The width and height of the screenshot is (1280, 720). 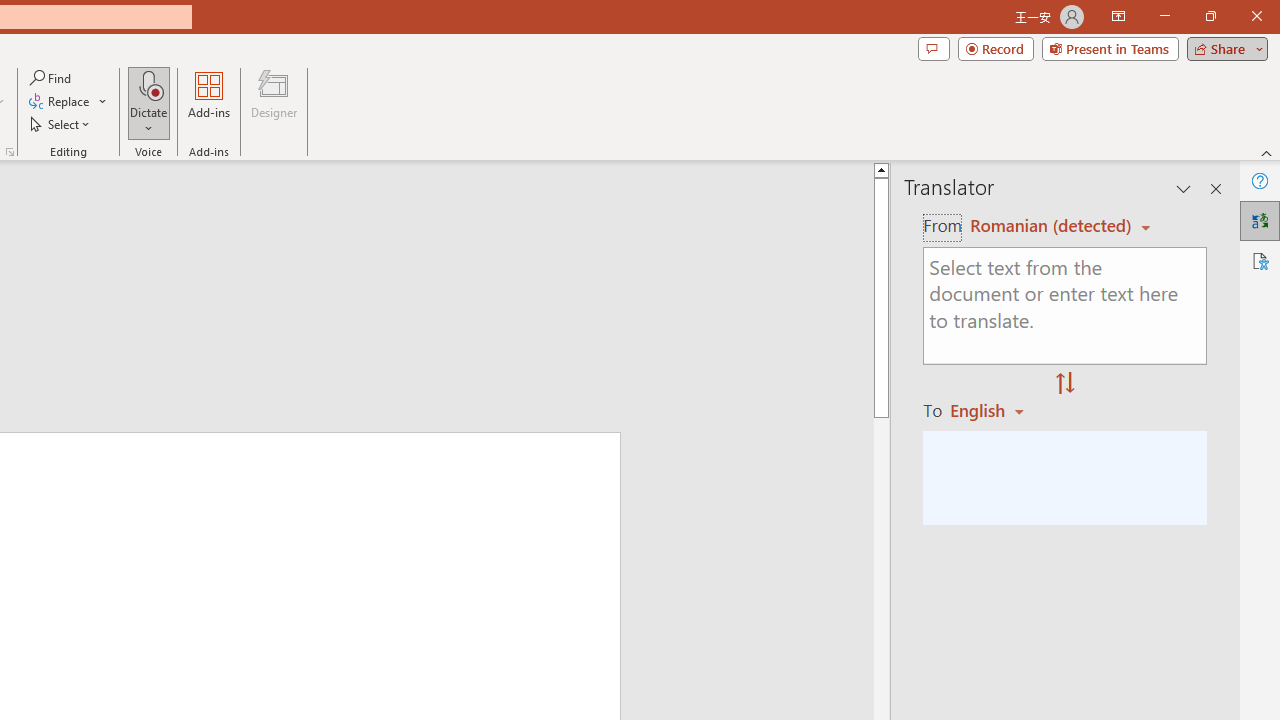 What do you see at coordinates (1046, 225) in the screenshot?
I see `'Romanian (detected)'` at bounding box center [1046, 225].